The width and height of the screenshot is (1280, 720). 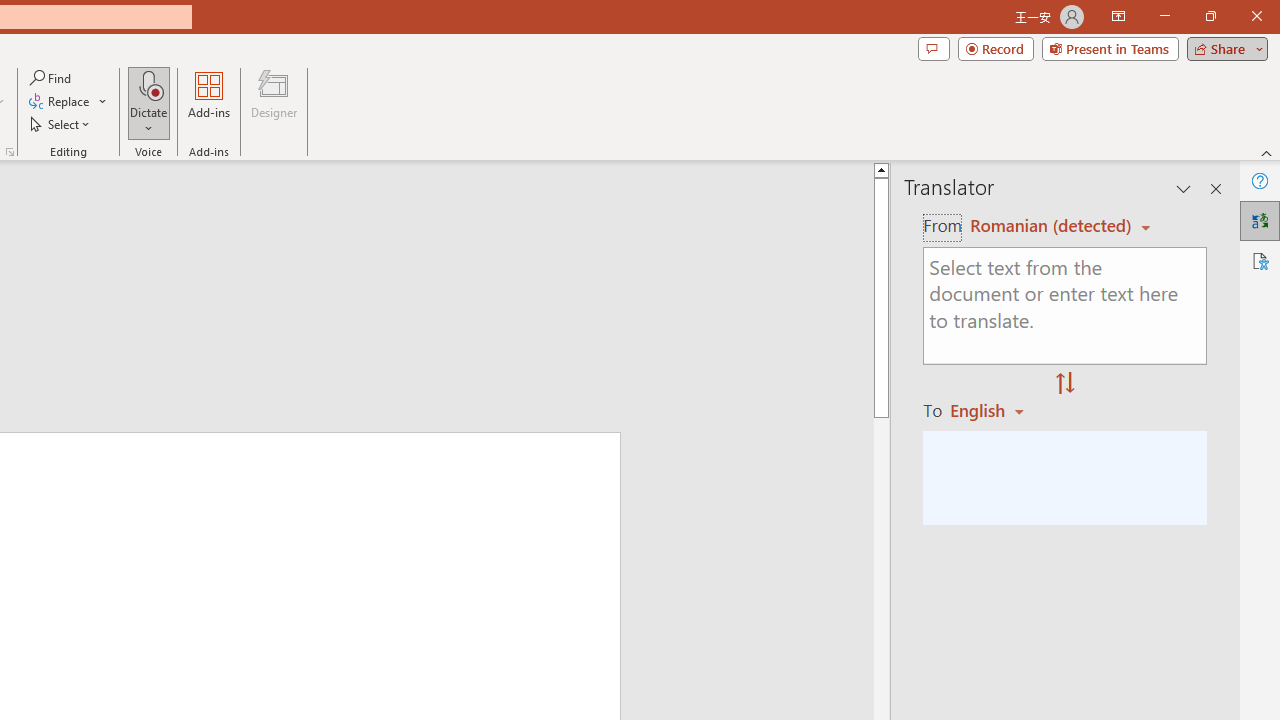 What do you see at coordinates (1046, 225) in the screenshot?
I see `'Romanian (detected)'` at bounding box center [1046, 225].